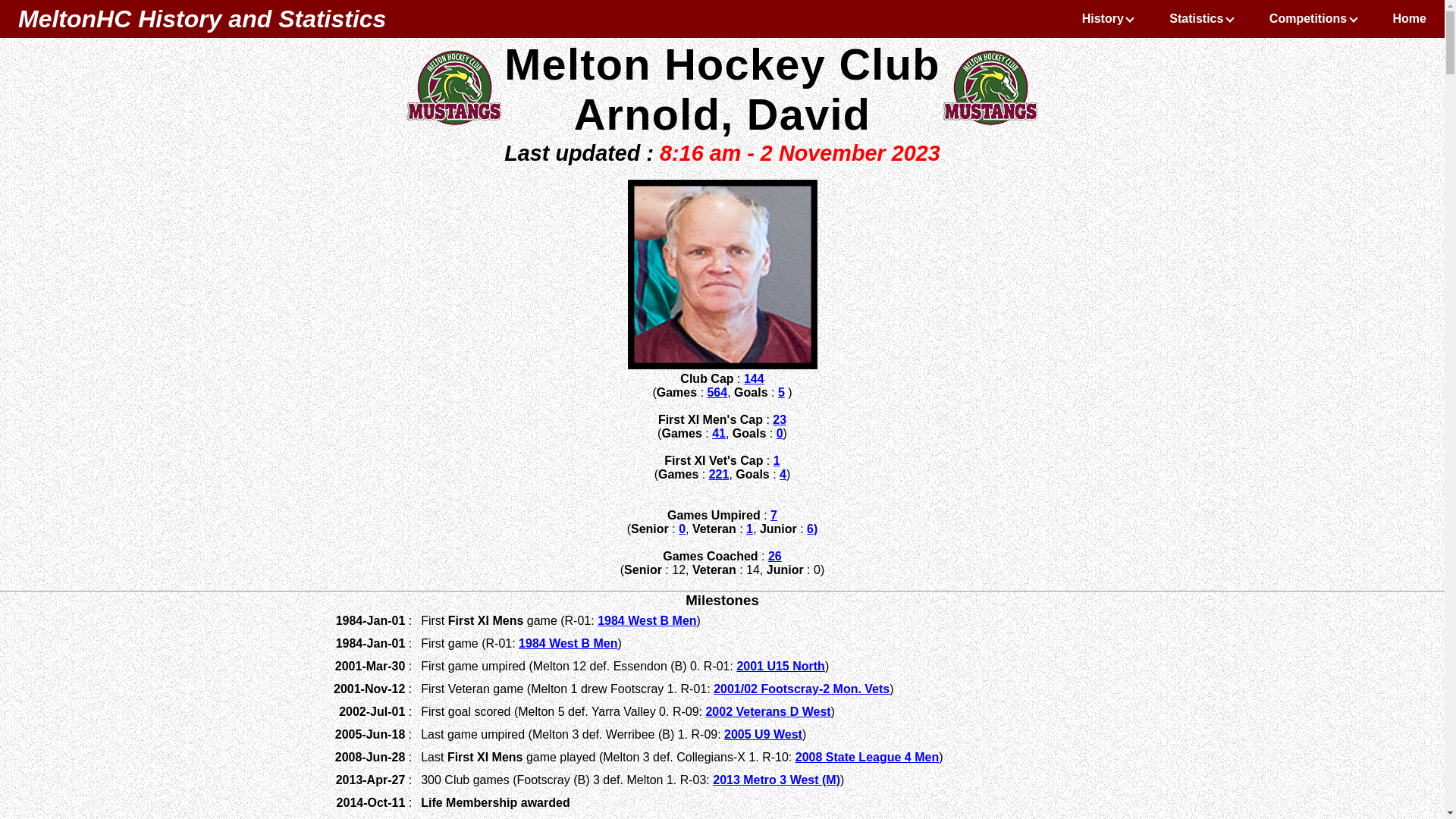 This screenshot has width=1456, height=819. I want to click on '41', so click(718, 433).